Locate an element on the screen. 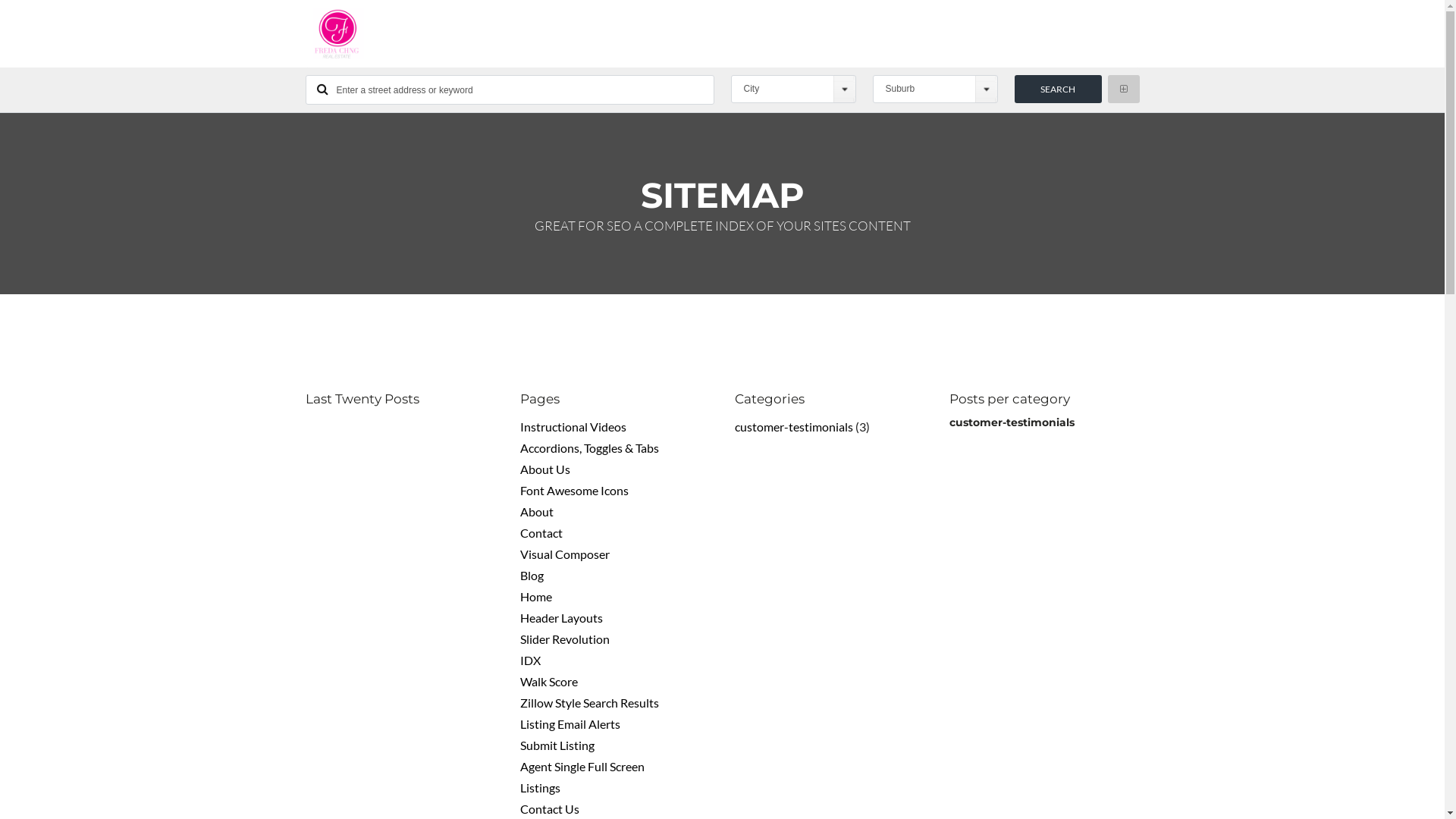 The image size is (1456, 819). 'About' is located at coordinates (537, 511).